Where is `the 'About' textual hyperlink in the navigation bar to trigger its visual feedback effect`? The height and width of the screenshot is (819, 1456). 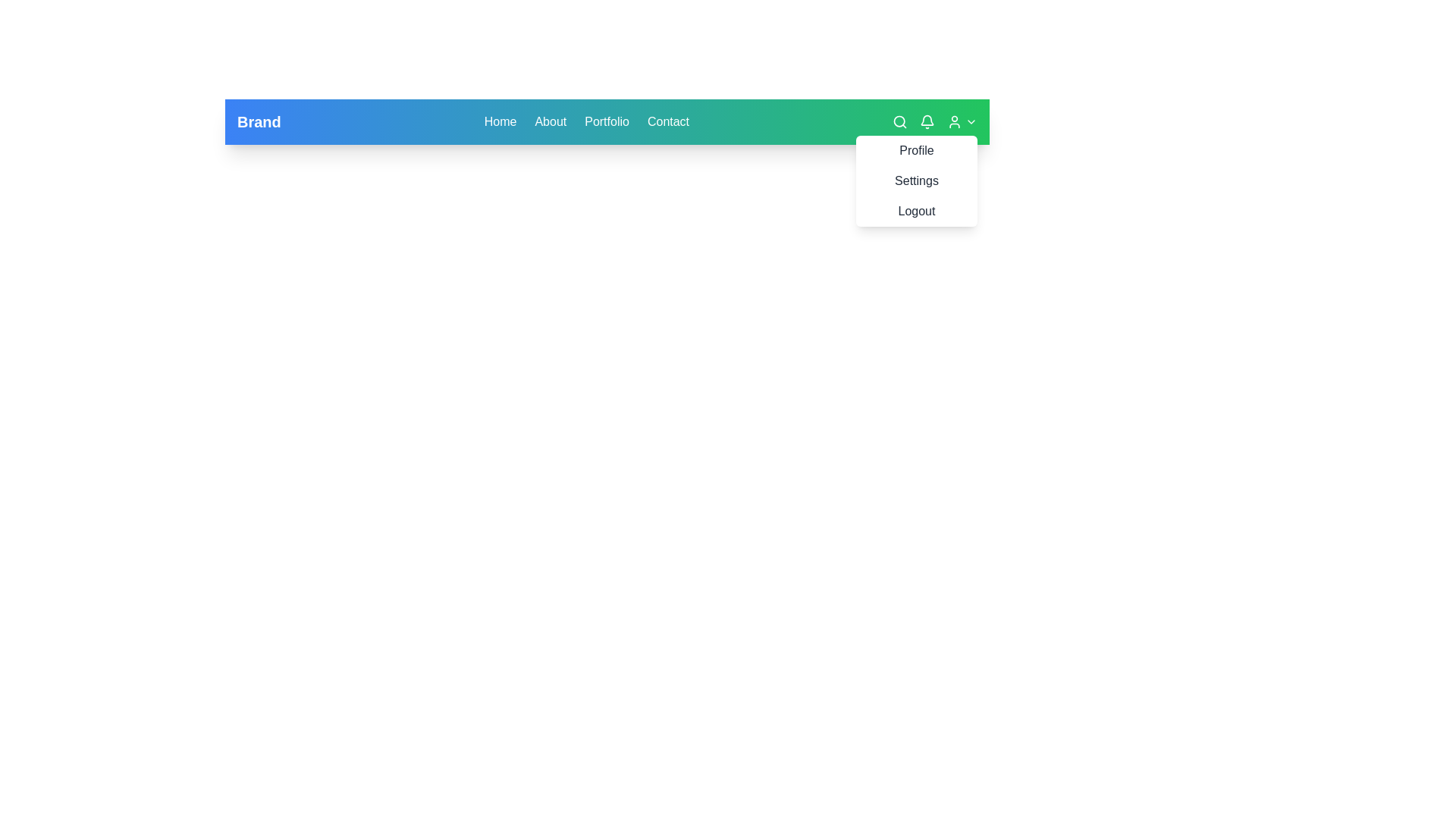
the 'About' textual hyperlink in the navigation bar to trigger its visual feedback effect is located at coordinates (550, 121).